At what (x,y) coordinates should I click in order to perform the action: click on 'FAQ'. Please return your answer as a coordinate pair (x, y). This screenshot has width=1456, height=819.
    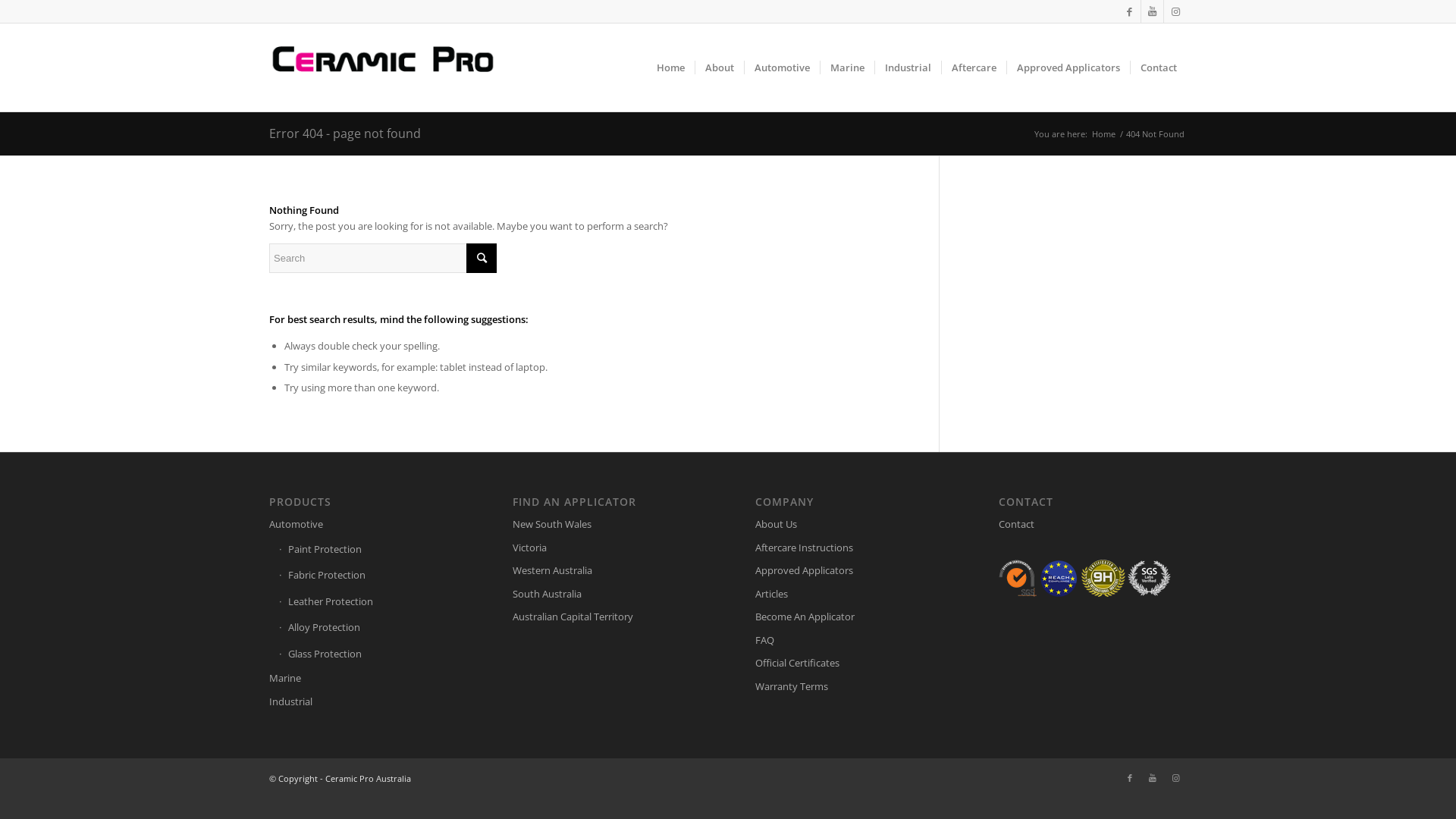
    Looking at the image, I should click on (755, 640).